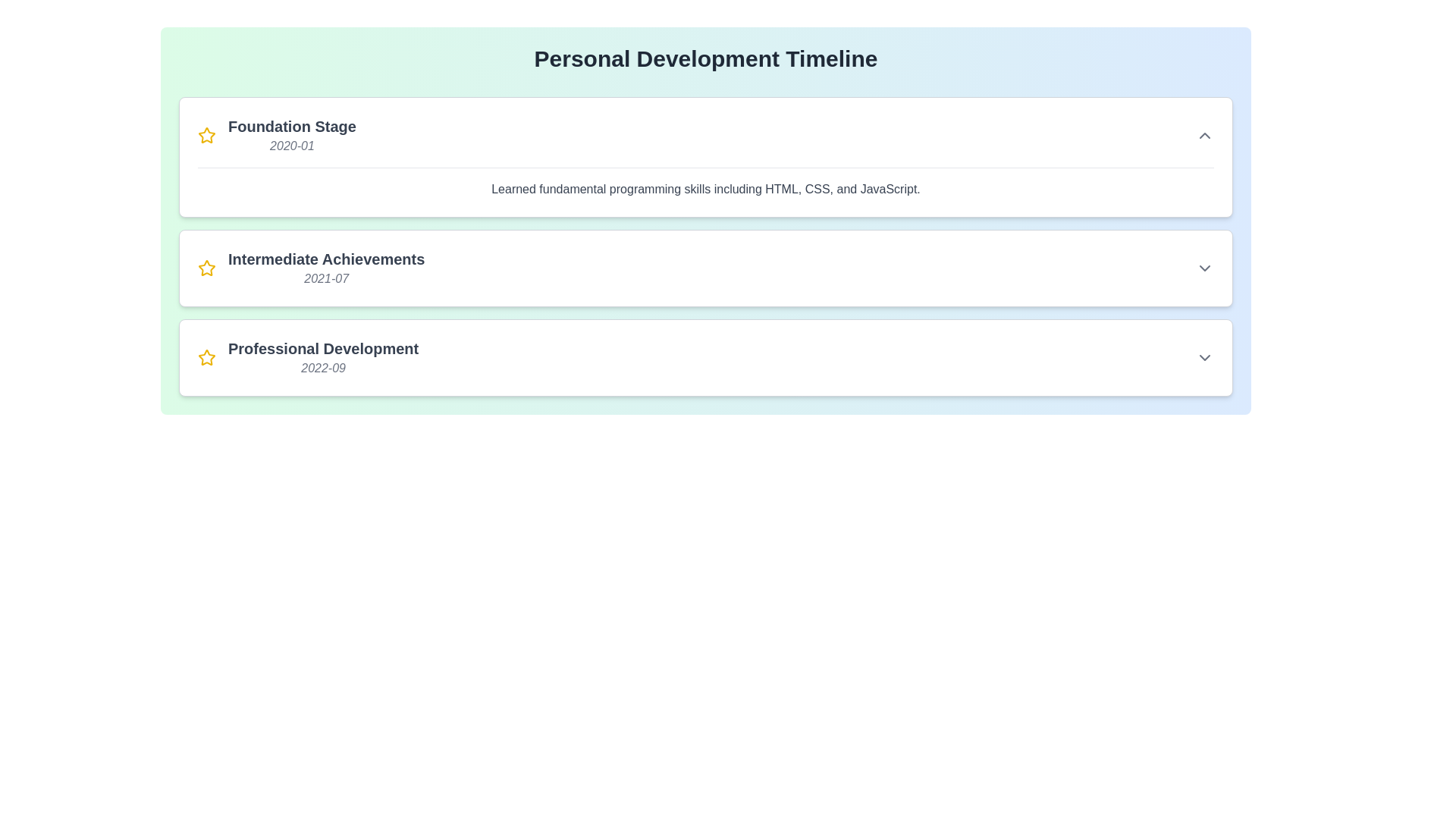  Describe the element at coordinates (206, 357) in the screenshot. I see `the icon located in the third box under the 'Personal Development Timeline' section, which serves as a visual indicator for 'Professional Development'` at that location.